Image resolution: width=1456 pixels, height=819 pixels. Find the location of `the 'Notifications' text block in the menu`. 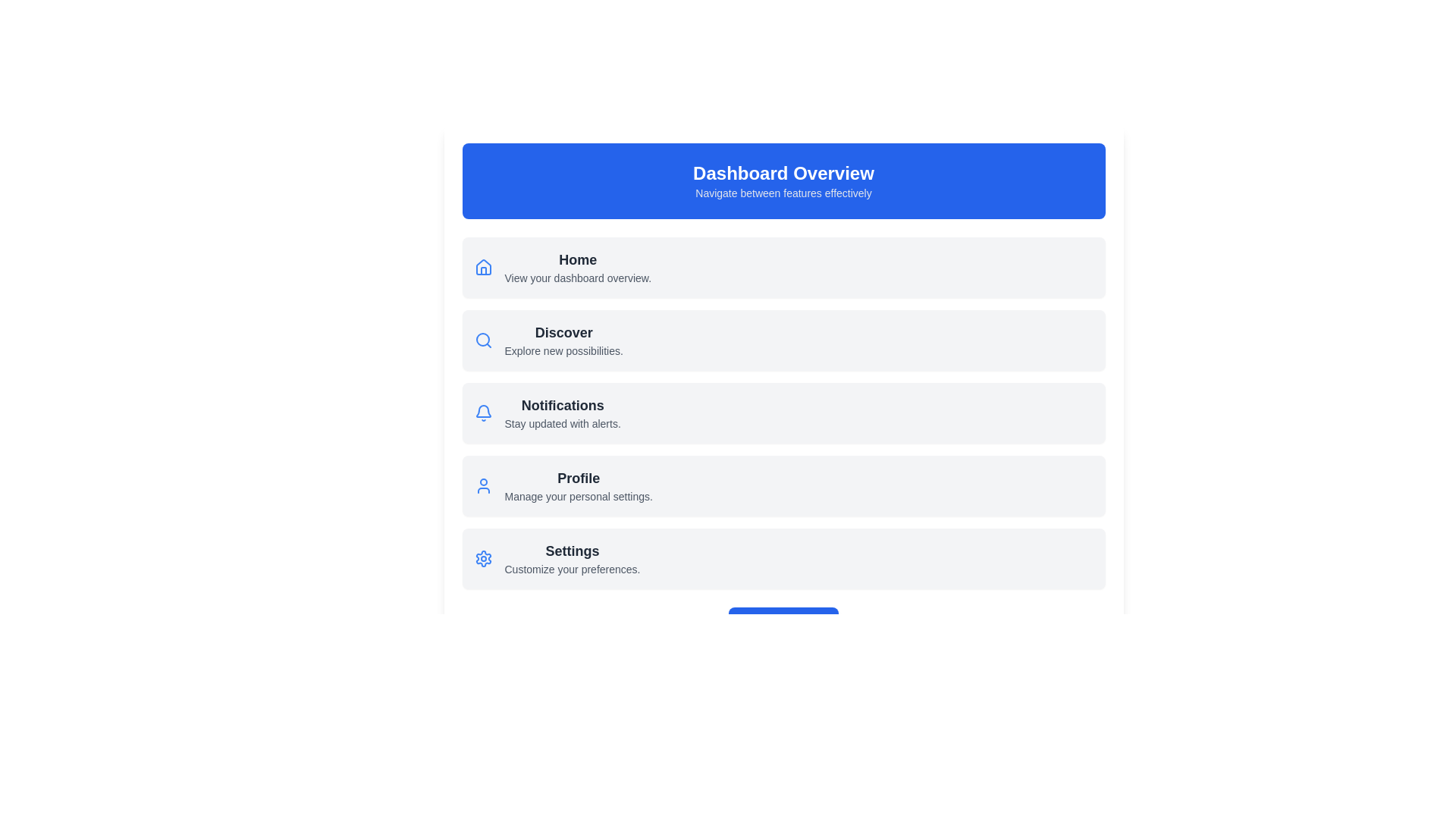

the 'Notifications' text block in the menu is located at coordinates (562, 413).